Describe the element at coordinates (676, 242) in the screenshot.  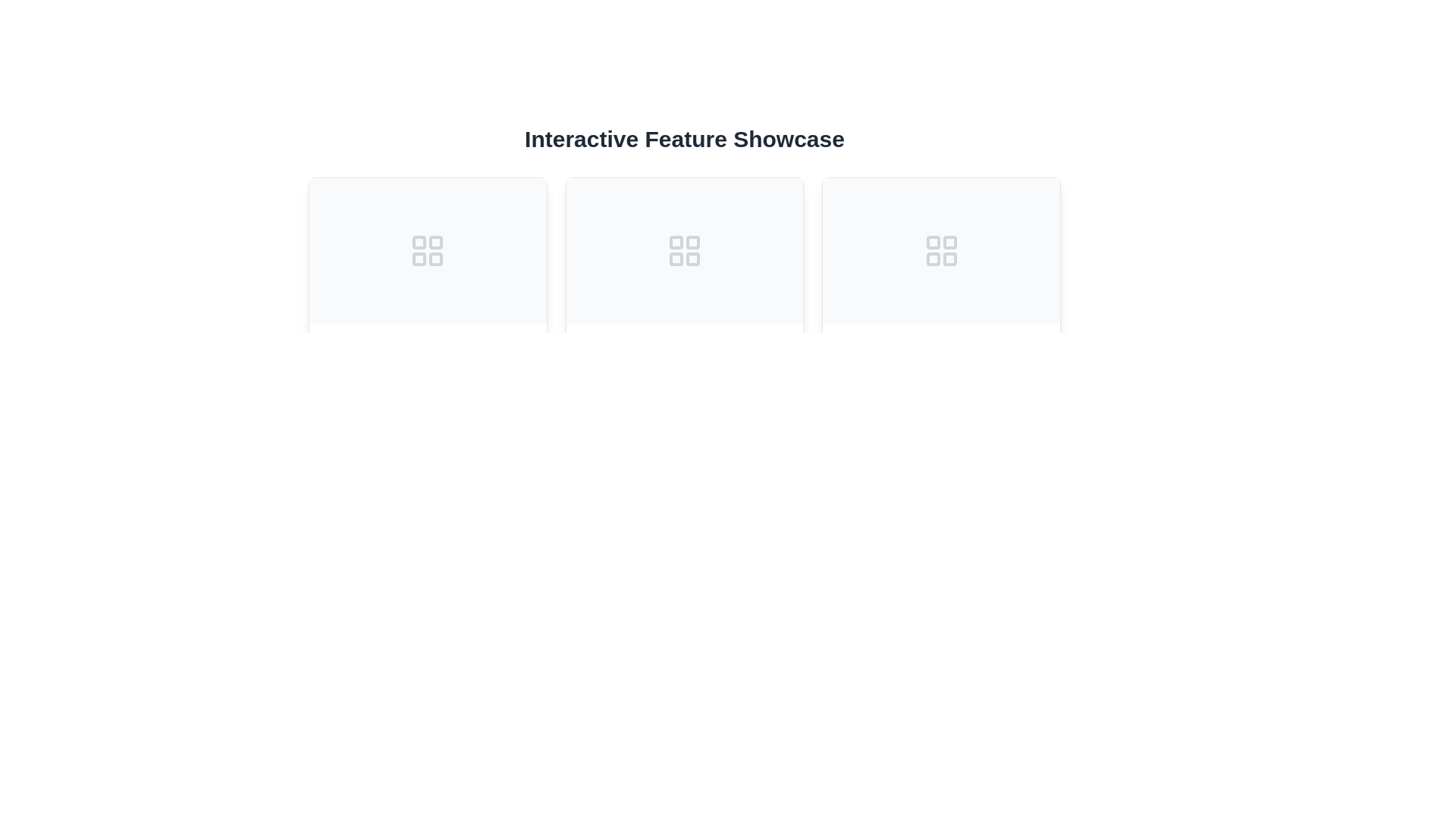
I see `the top-left square of the grid icon within the 'Interactive Feature Showcase' card` at that location.